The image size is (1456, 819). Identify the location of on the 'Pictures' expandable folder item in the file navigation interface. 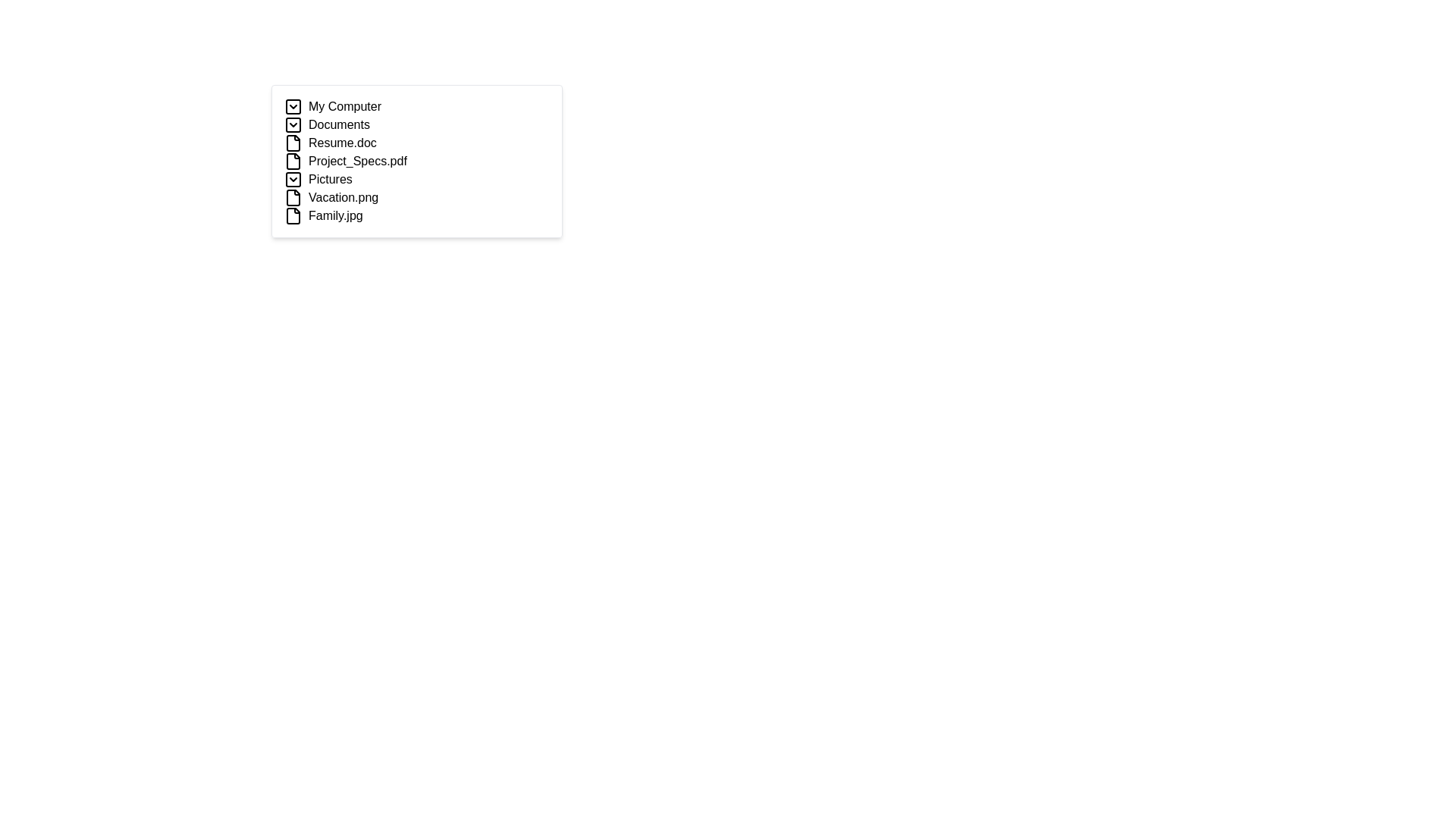
(417, 178).